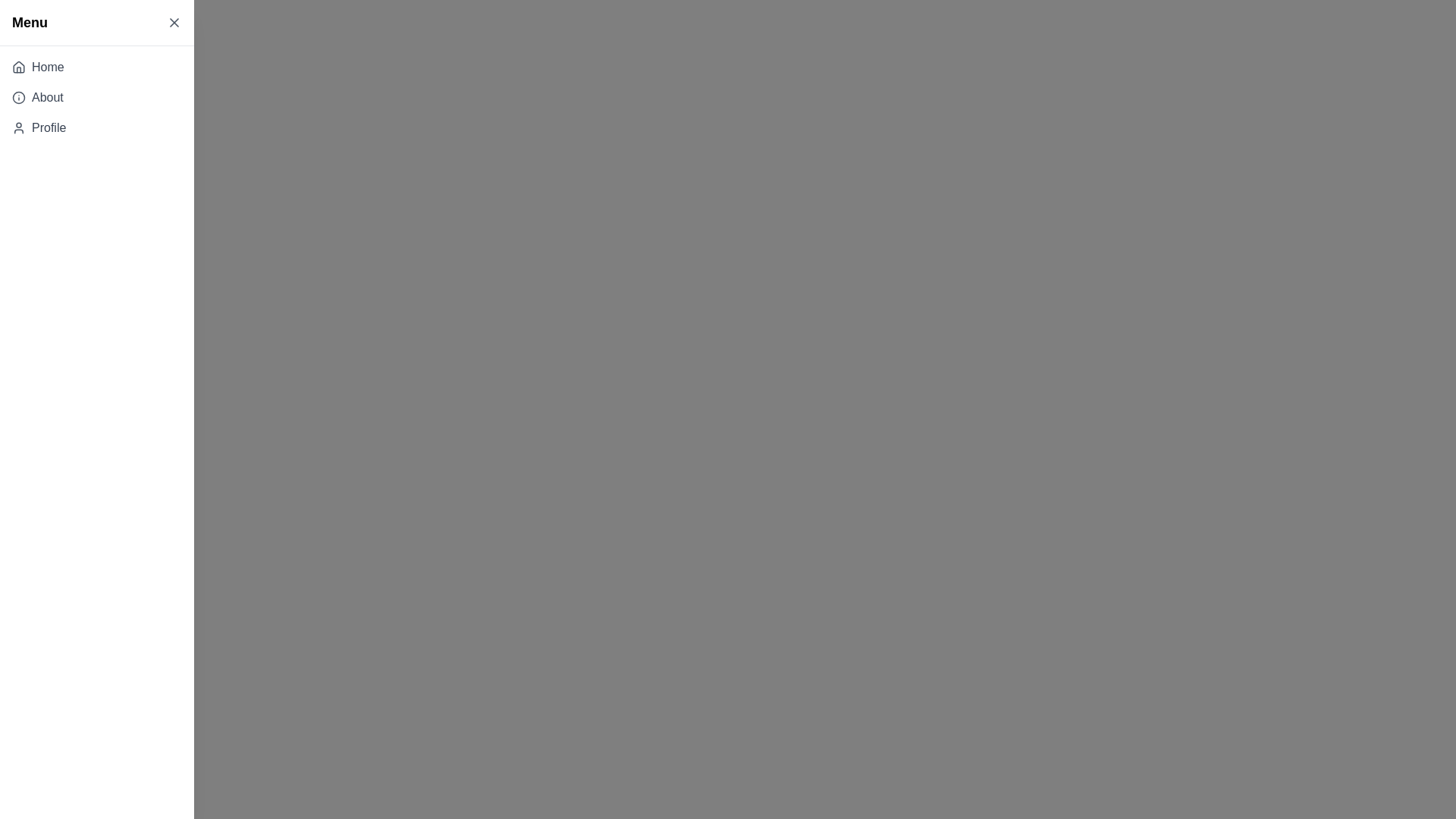 The width and height of the screenshot is (1456, 819). Describe the element at coordinates (18, 97) in the screenshot. I see `the 'info' icon located to the left of the 'About' text in the navigation menu, which is a gray circle with a lowercase 'i' inside` at that location.